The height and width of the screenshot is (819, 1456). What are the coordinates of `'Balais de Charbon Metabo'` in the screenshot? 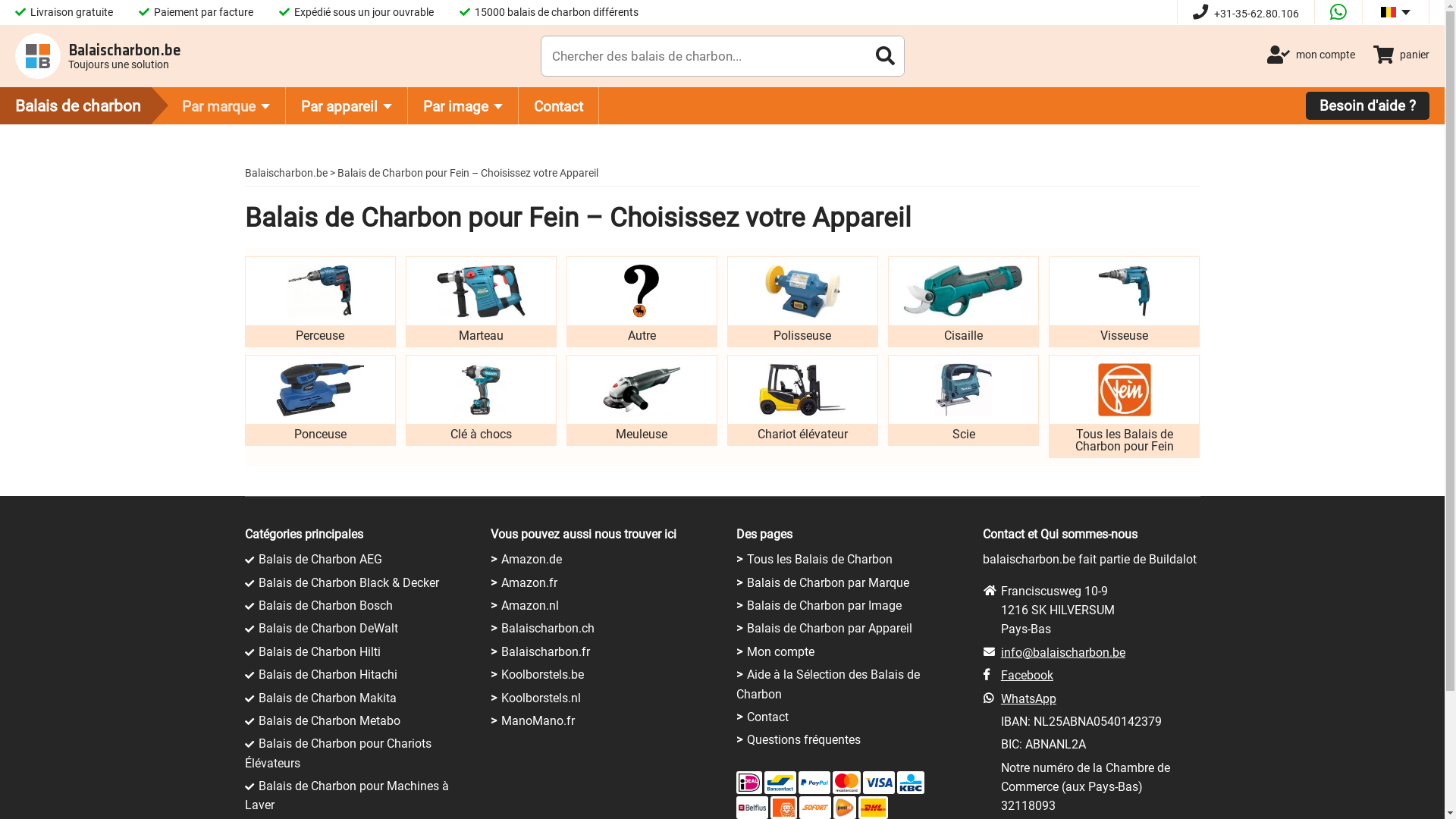 It's located at (328, 720).